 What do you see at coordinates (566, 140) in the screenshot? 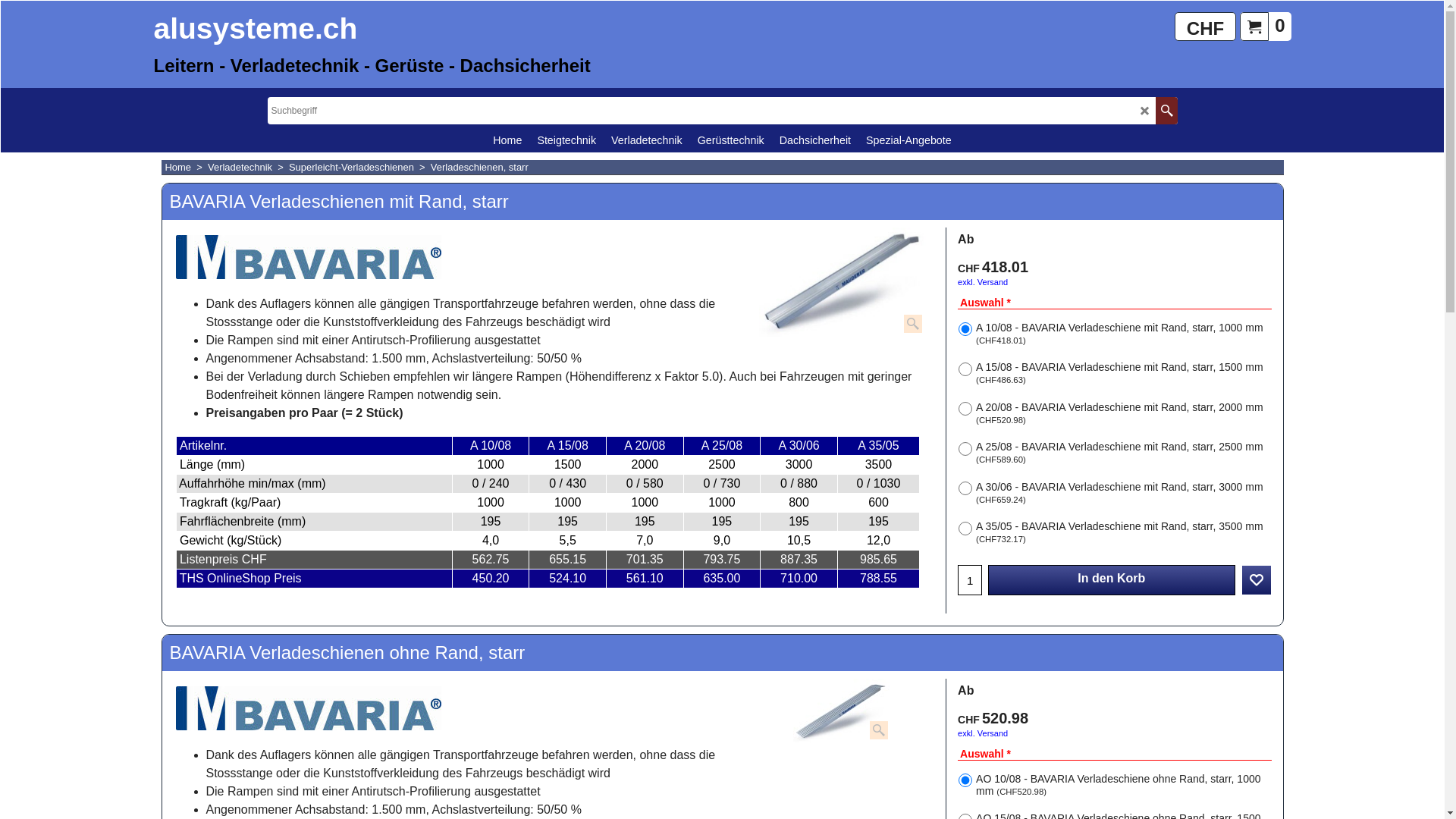
I see `'Steigtechnik'` at bounding box center [566, 140].